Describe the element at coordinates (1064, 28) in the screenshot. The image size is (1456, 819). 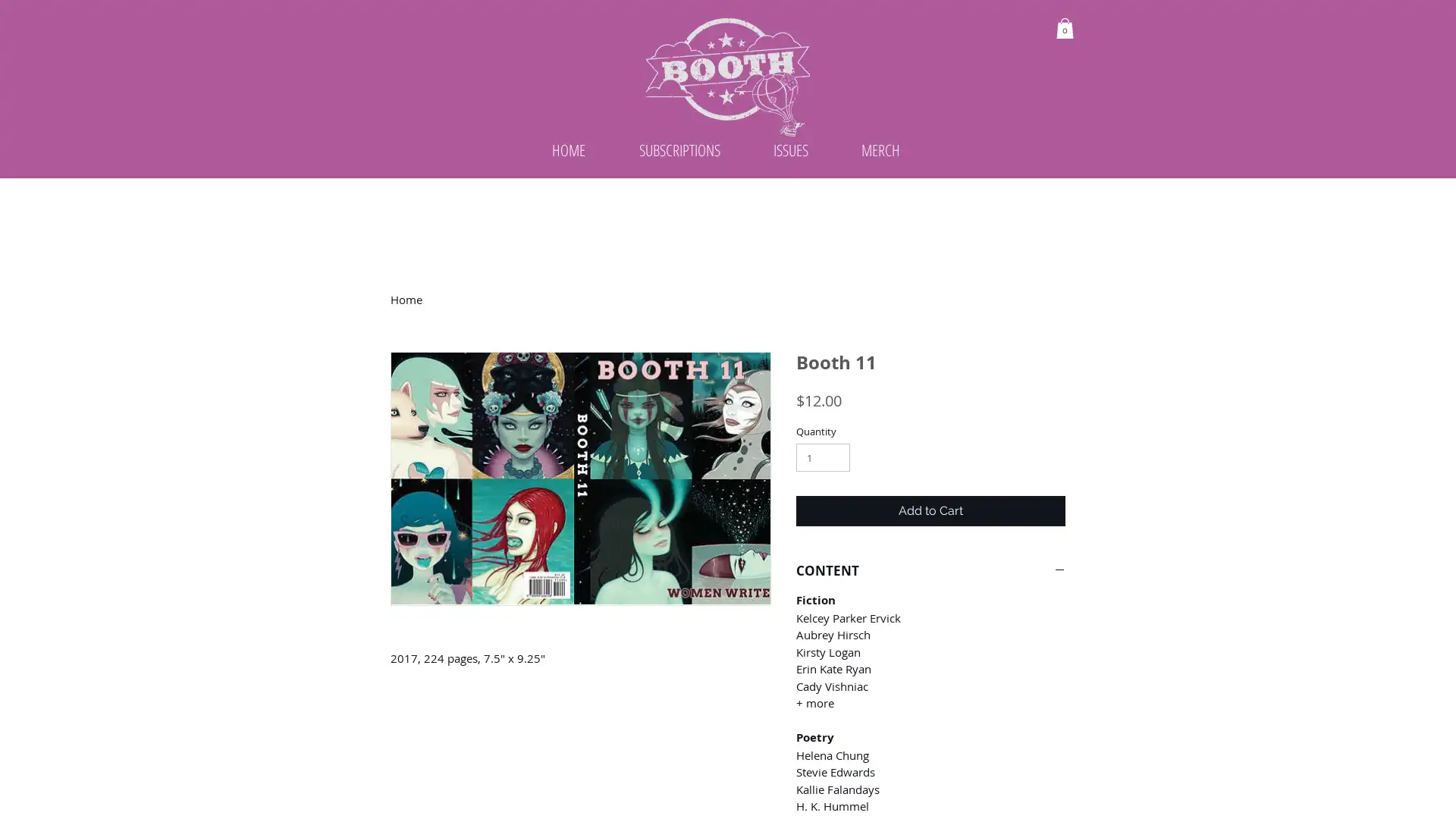
I see `Cart with 0 items` at that location.